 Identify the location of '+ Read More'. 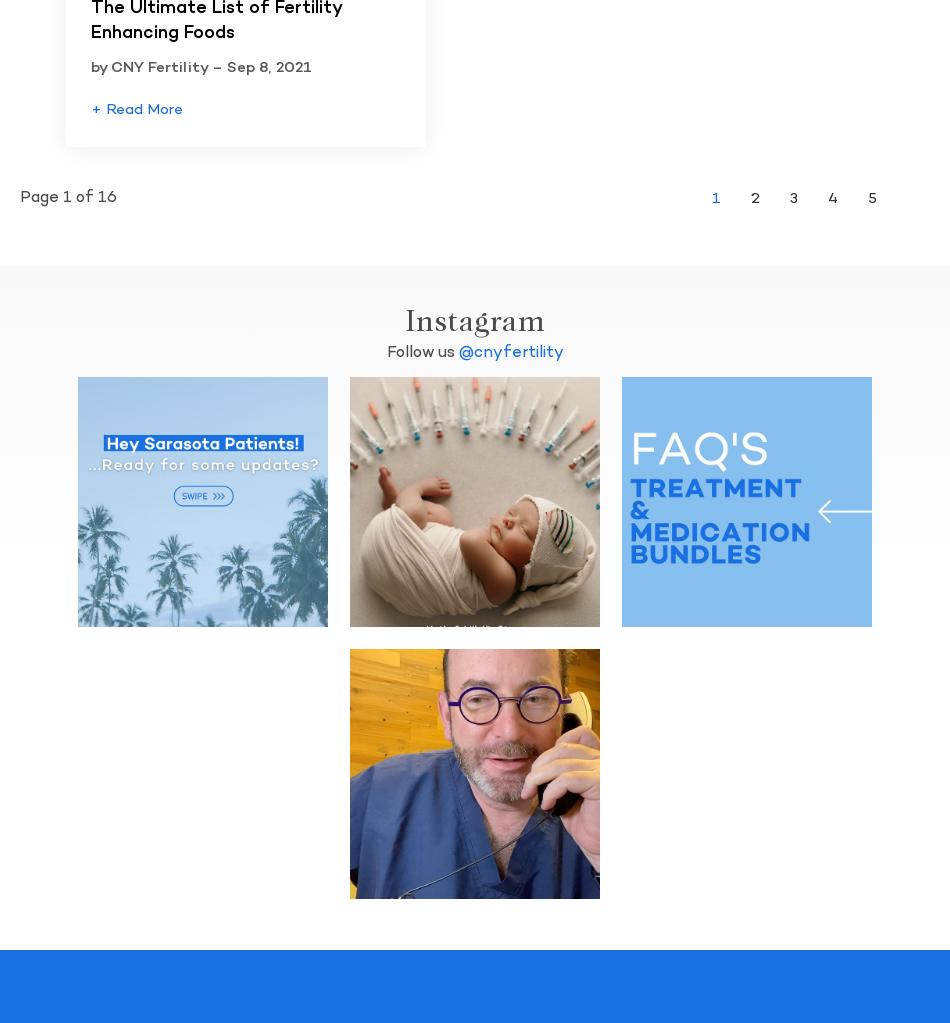
(89, 108).